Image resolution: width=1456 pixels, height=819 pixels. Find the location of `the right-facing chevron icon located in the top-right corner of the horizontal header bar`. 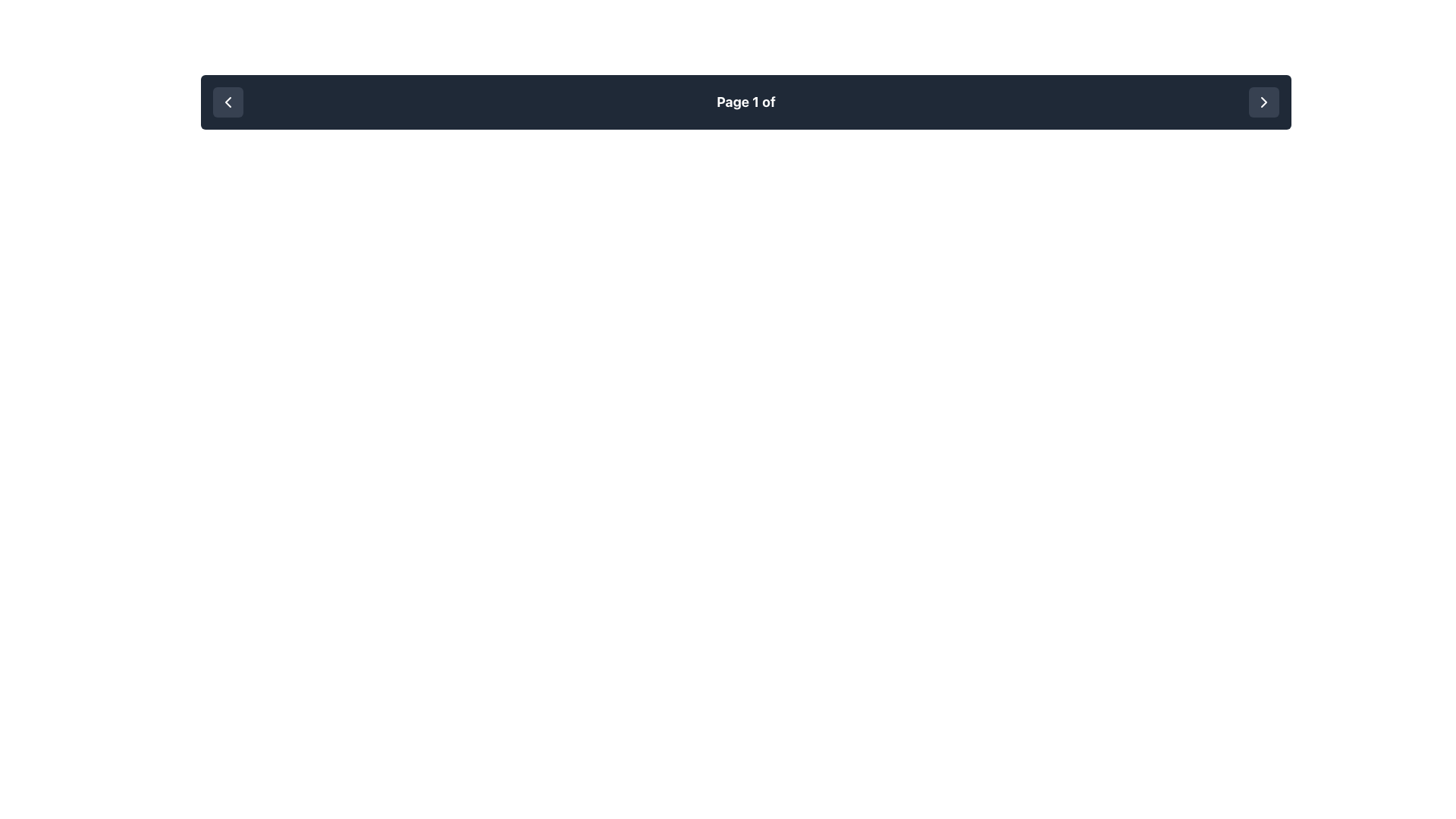

the right-facing chevron icon located in the top-right corner of the horizontal header bar is located at coordinates (1263, 102).